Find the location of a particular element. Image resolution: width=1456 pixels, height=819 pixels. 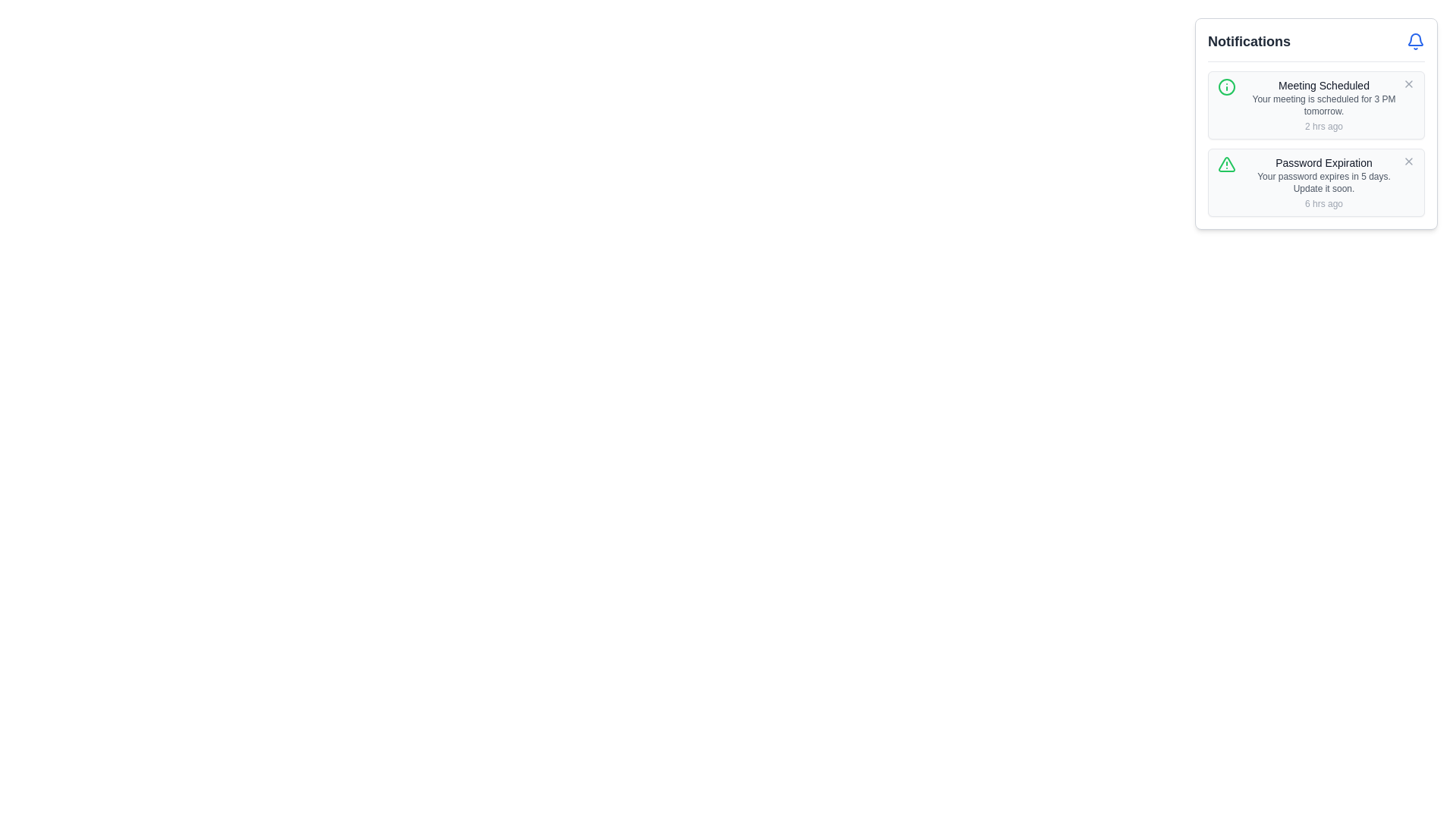

primary text block notification about the upcoming expiration of the password located in the Notifications panel, which is centrally aligned below the 'Meeting Scheduled' notification is located at coordinates (1323, 181).